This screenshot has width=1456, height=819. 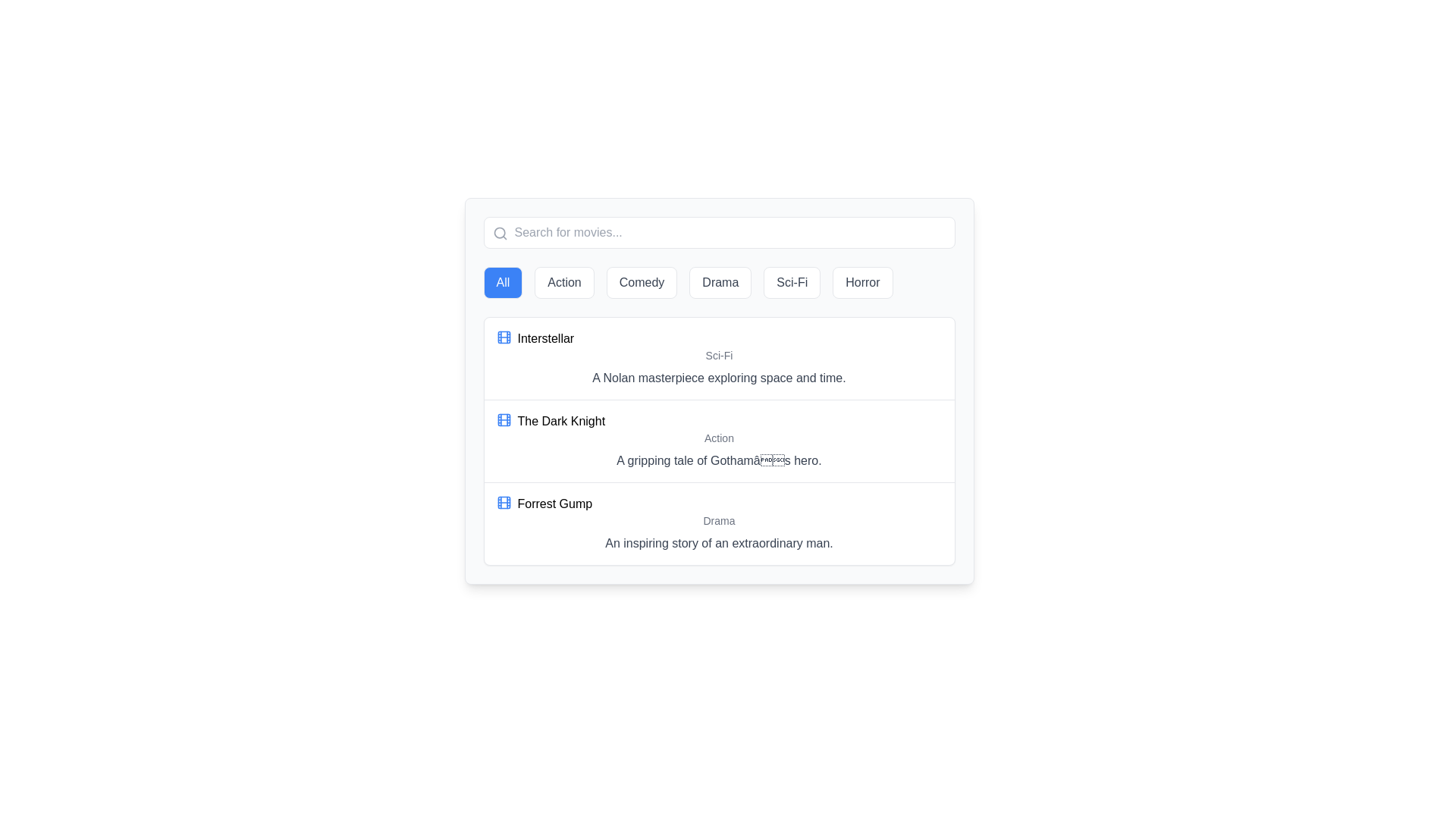 I want to click on text content of the first movie entry in the list, which includes its title, genre, and description, so click(x=718, y=359).